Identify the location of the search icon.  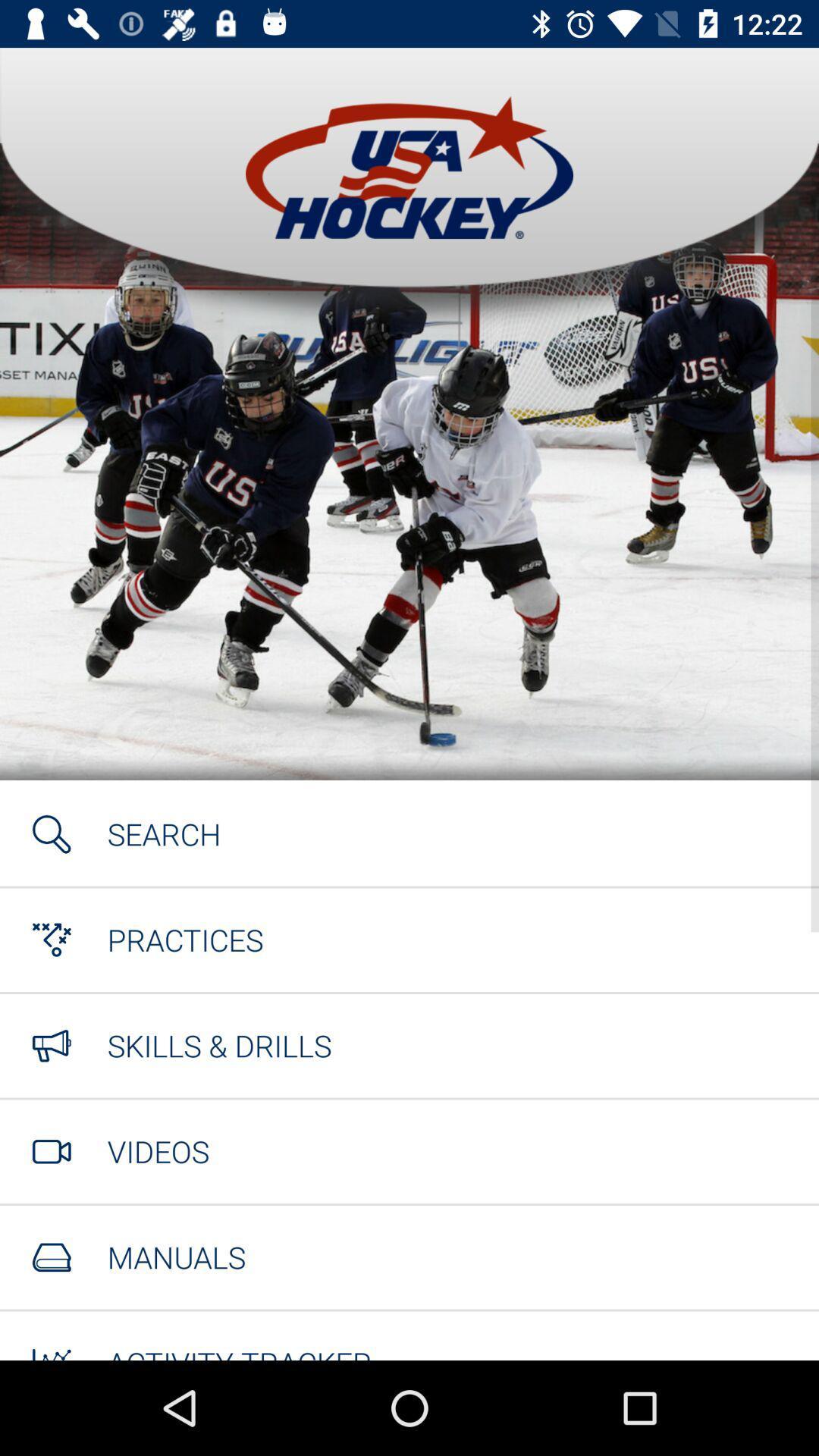
(164, 833).